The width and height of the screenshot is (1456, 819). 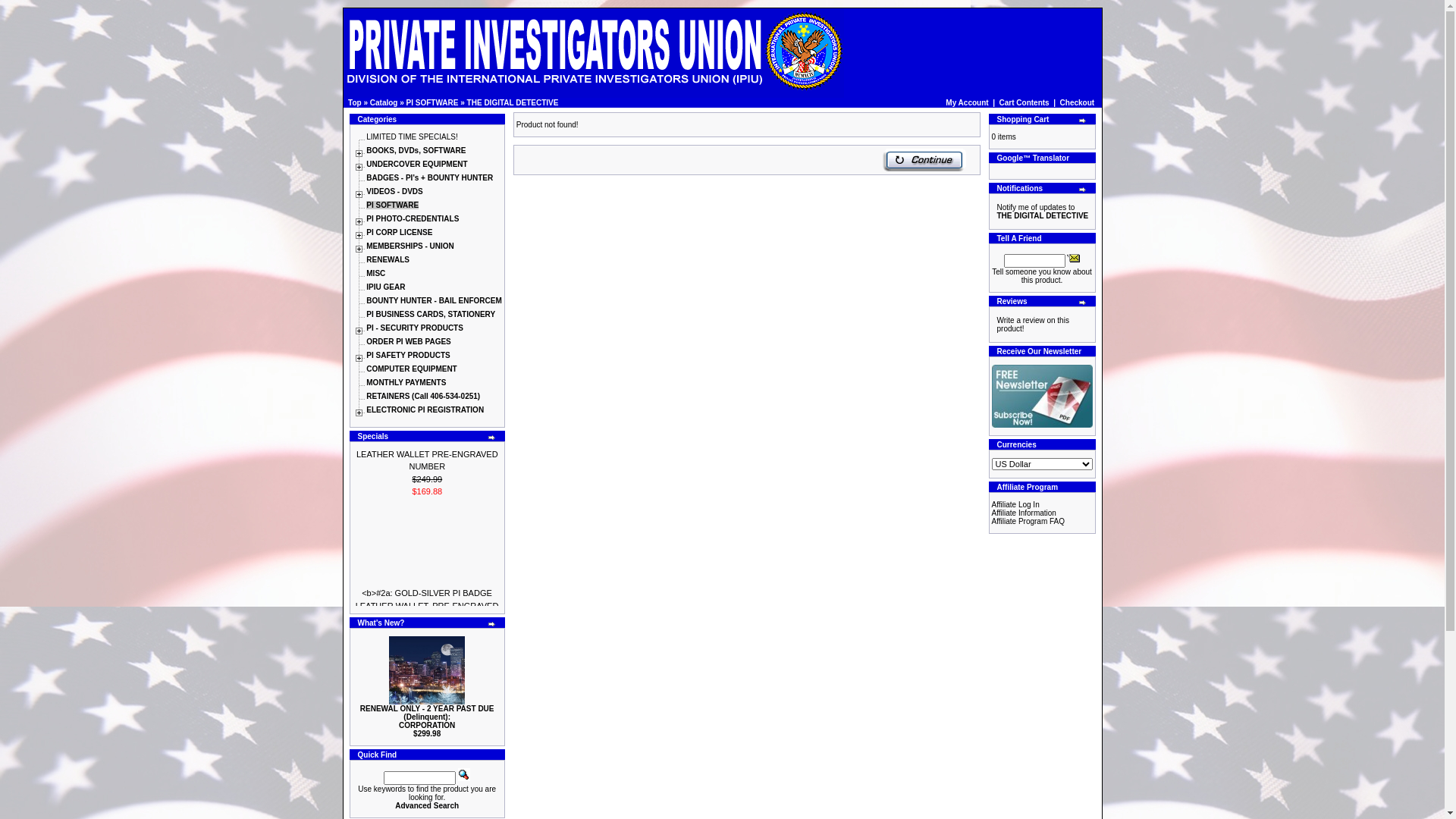 I want to click on 'Cart Contents', so click(x=1024, y=102).